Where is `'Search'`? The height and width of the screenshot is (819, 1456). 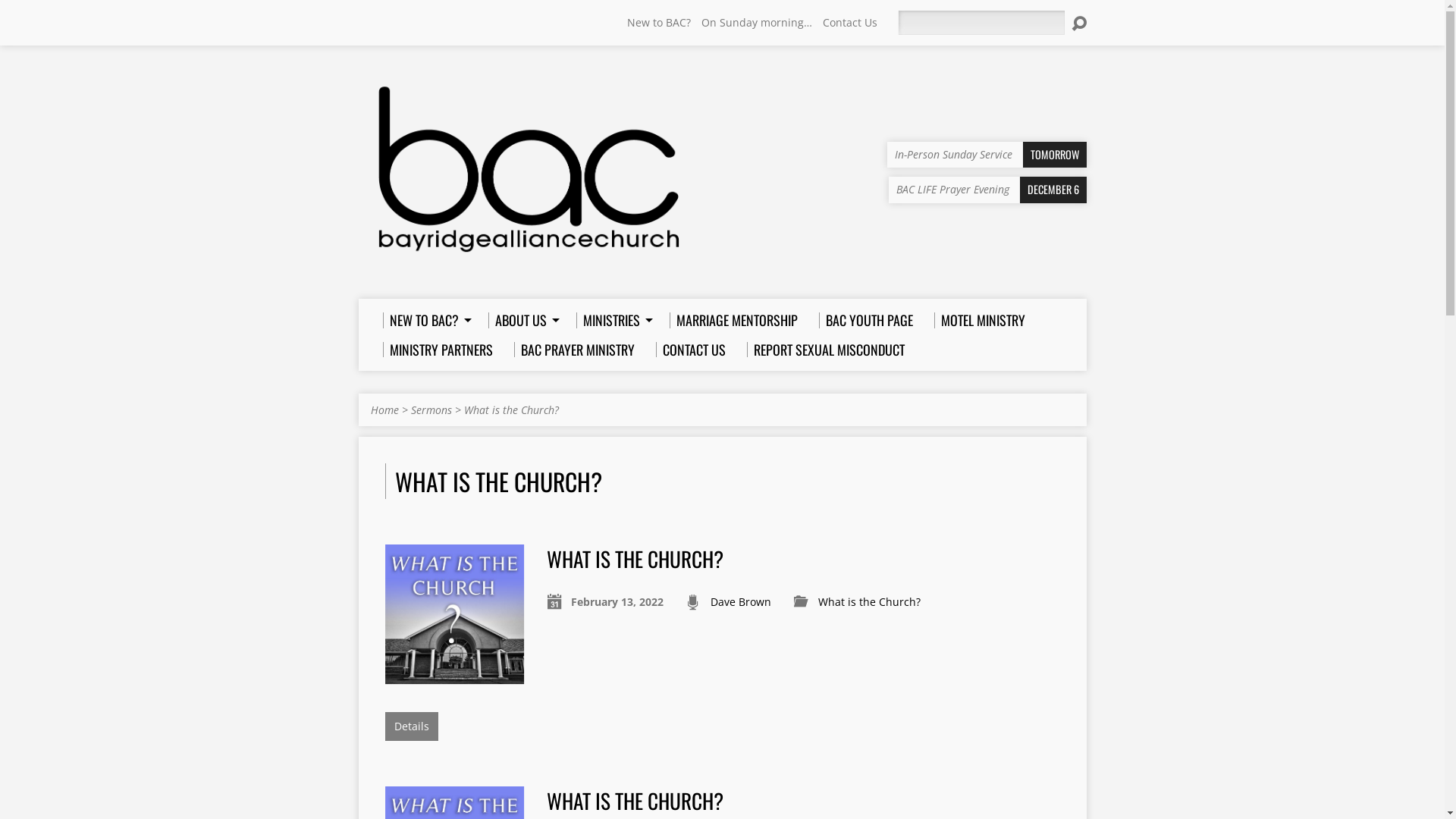 'Search' is located at coordinates (1069, 23).